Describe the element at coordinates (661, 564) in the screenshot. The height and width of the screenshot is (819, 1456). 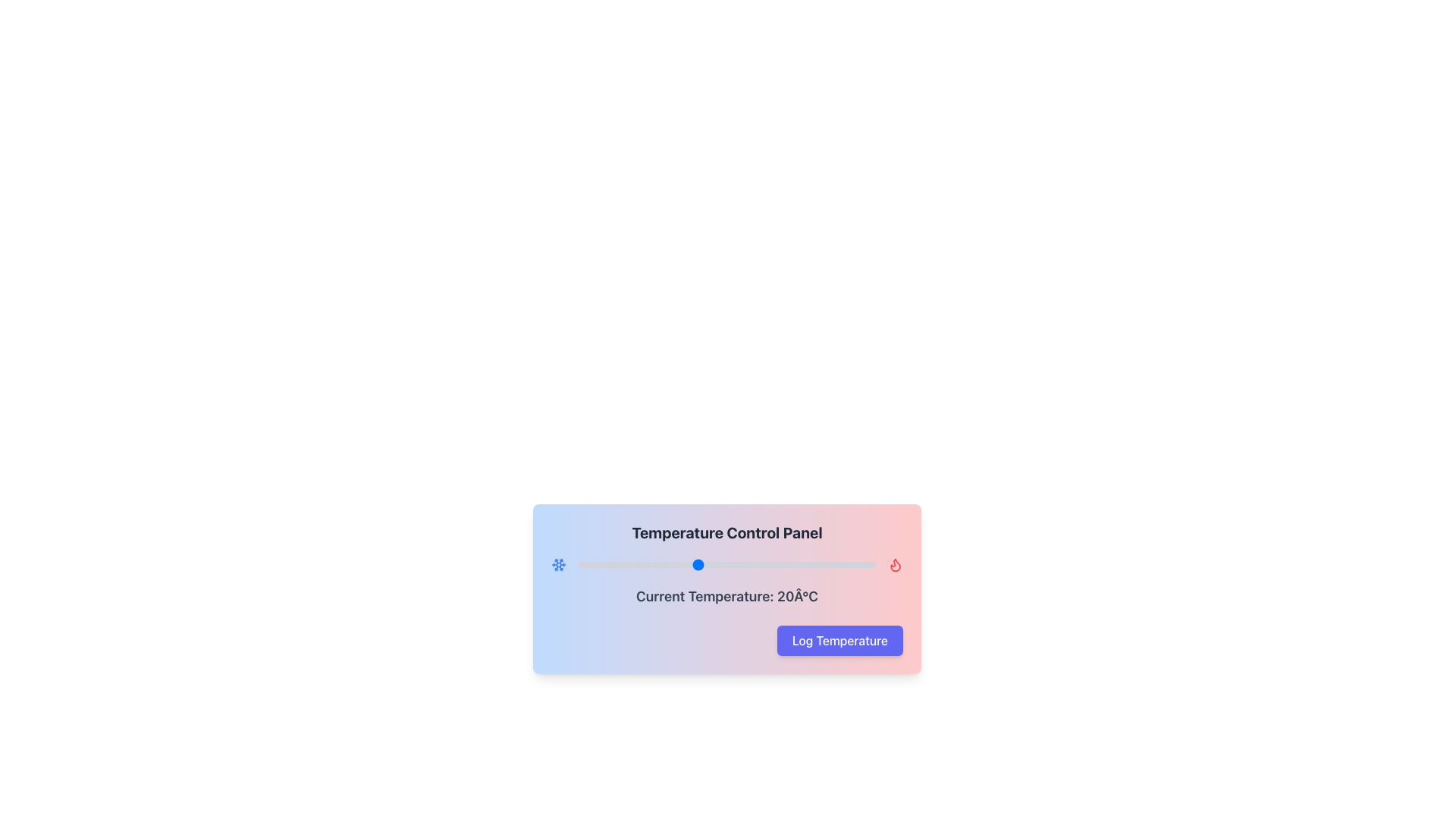
I see `the temperature slider` at that location.